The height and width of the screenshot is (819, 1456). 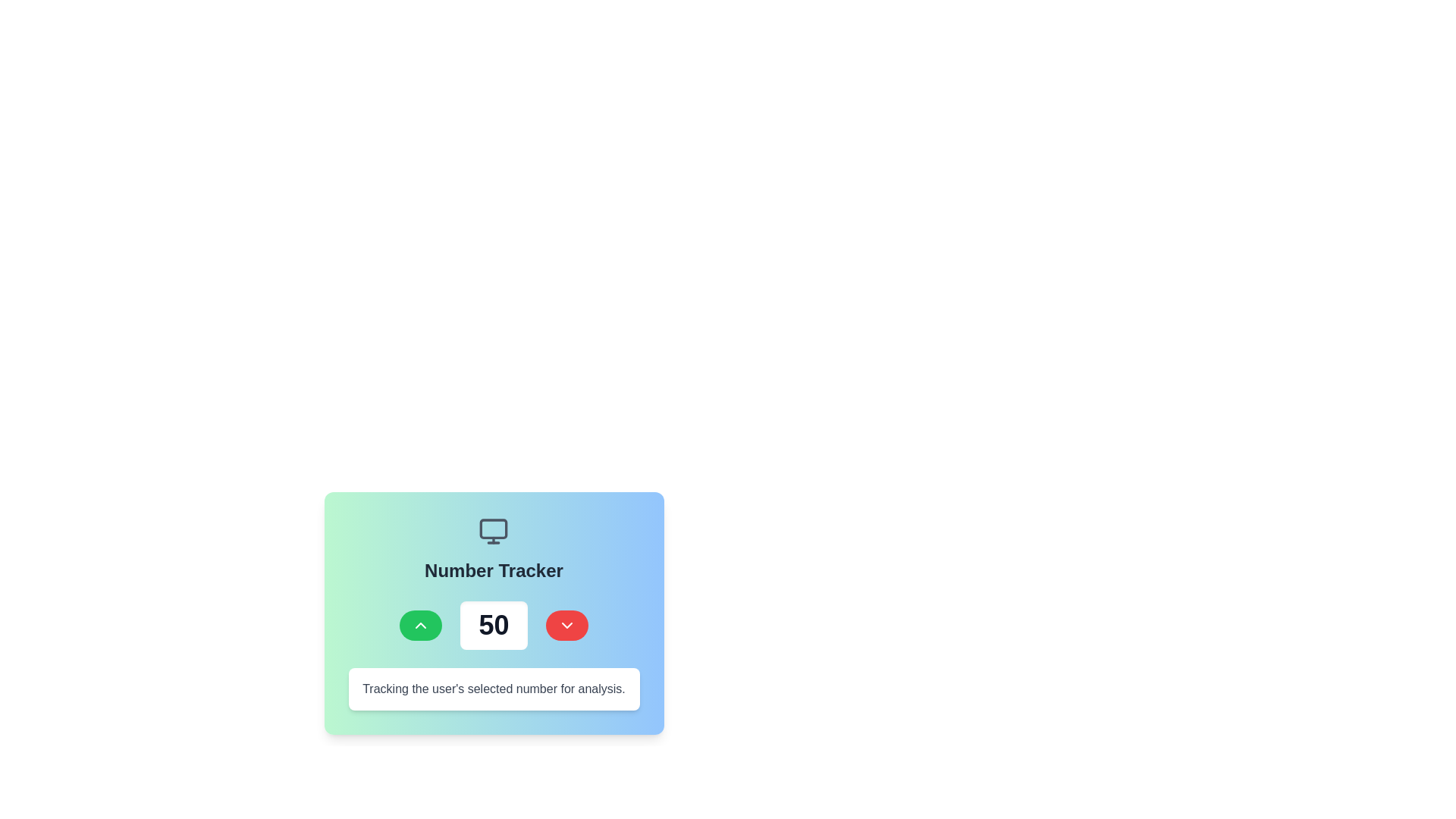 I want to click on descriptive Text label associated with the 'Number Tracker' feature, which is located at the bottom of the card containing the icon, centered text, numeric input, and arrow buttons, so click(x=494, y=689).